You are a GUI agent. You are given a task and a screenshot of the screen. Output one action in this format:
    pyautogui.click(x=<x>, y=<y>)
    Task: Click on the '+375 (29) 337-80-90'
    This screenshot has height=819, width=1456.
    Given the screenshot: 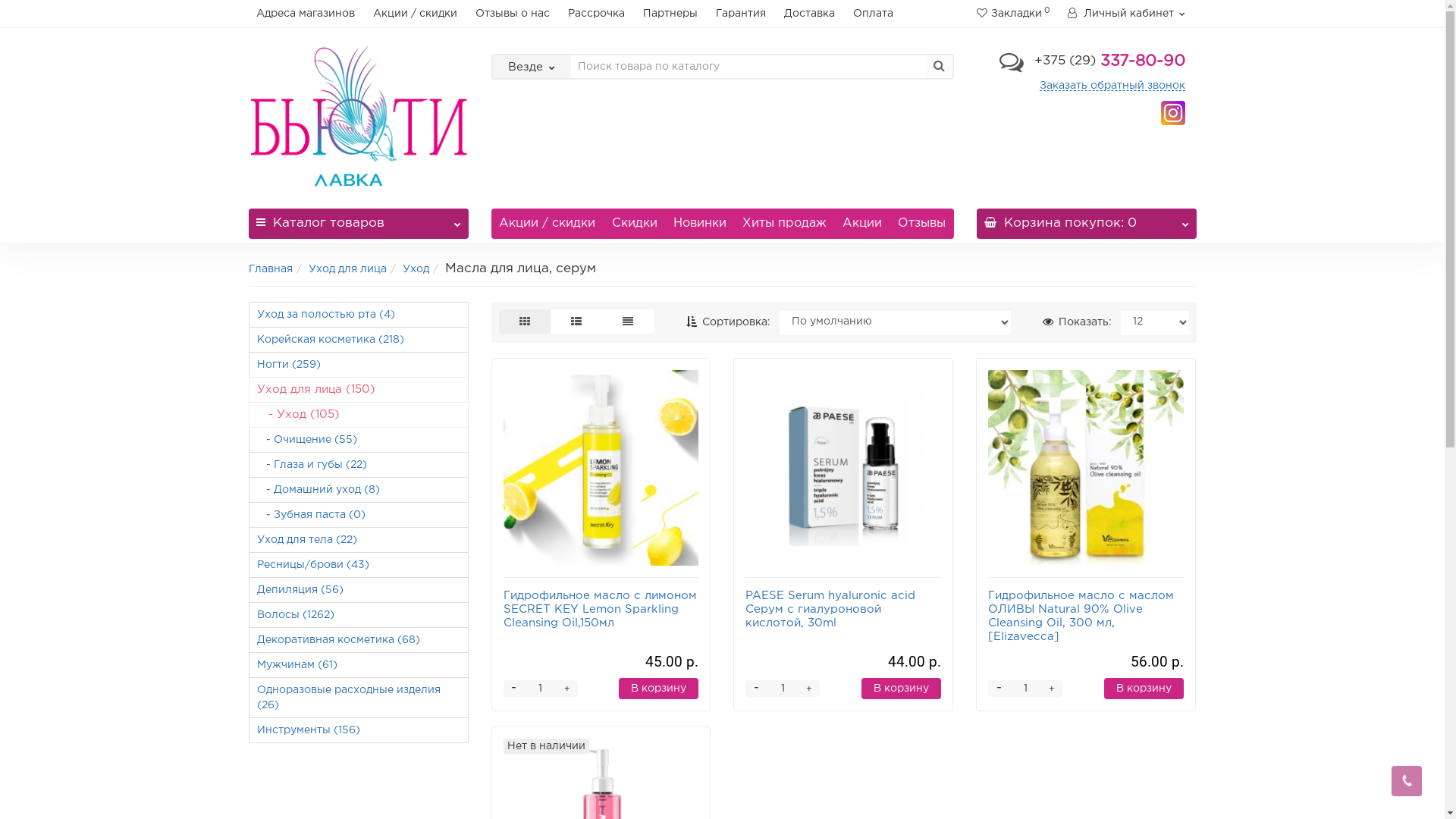 What is the action you would take?
    pyautogui.click(x=1109, y=61)
    